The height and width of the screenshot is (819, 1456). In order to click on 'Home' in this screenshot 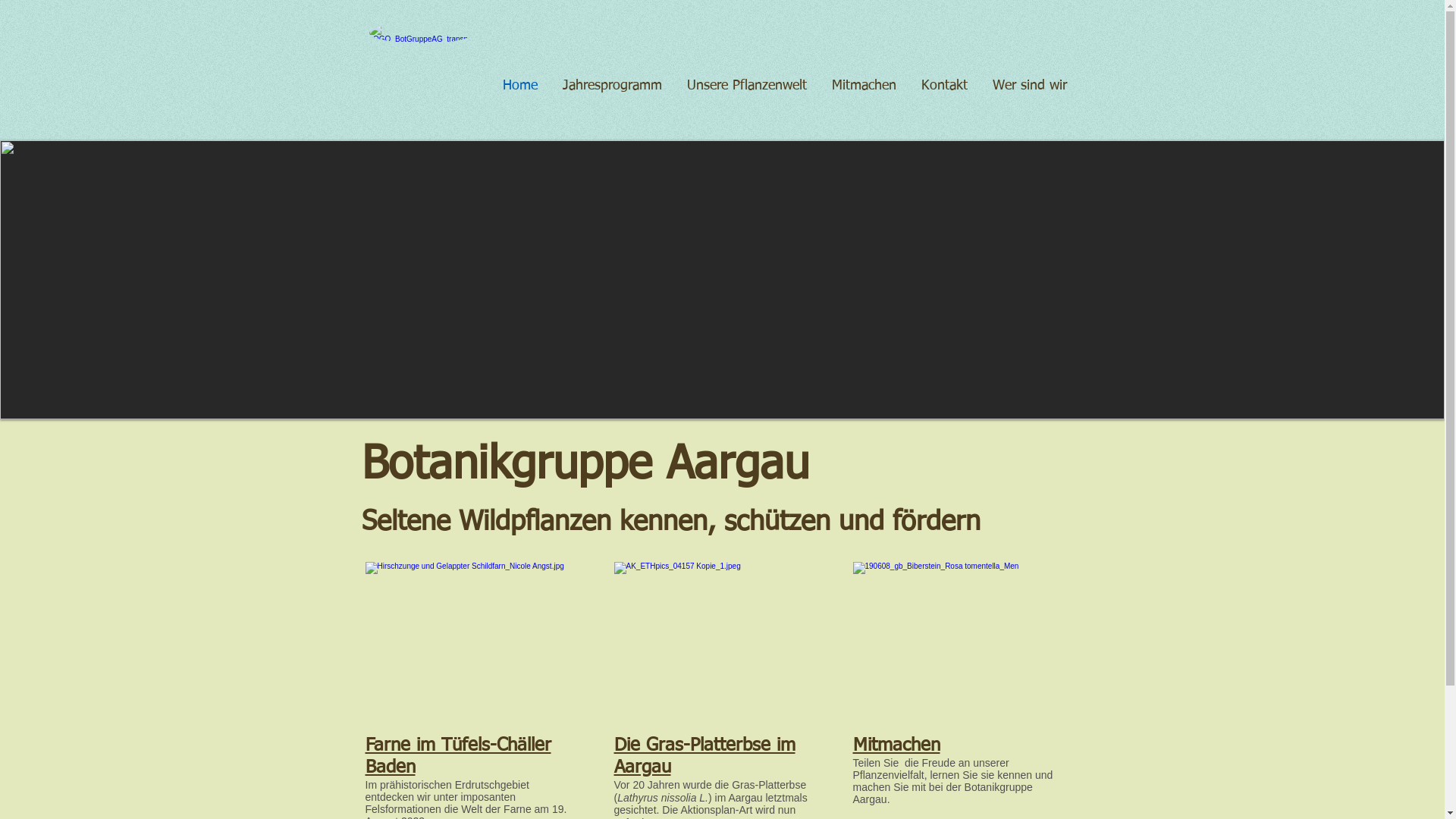, I will do `click(518, 86)`.